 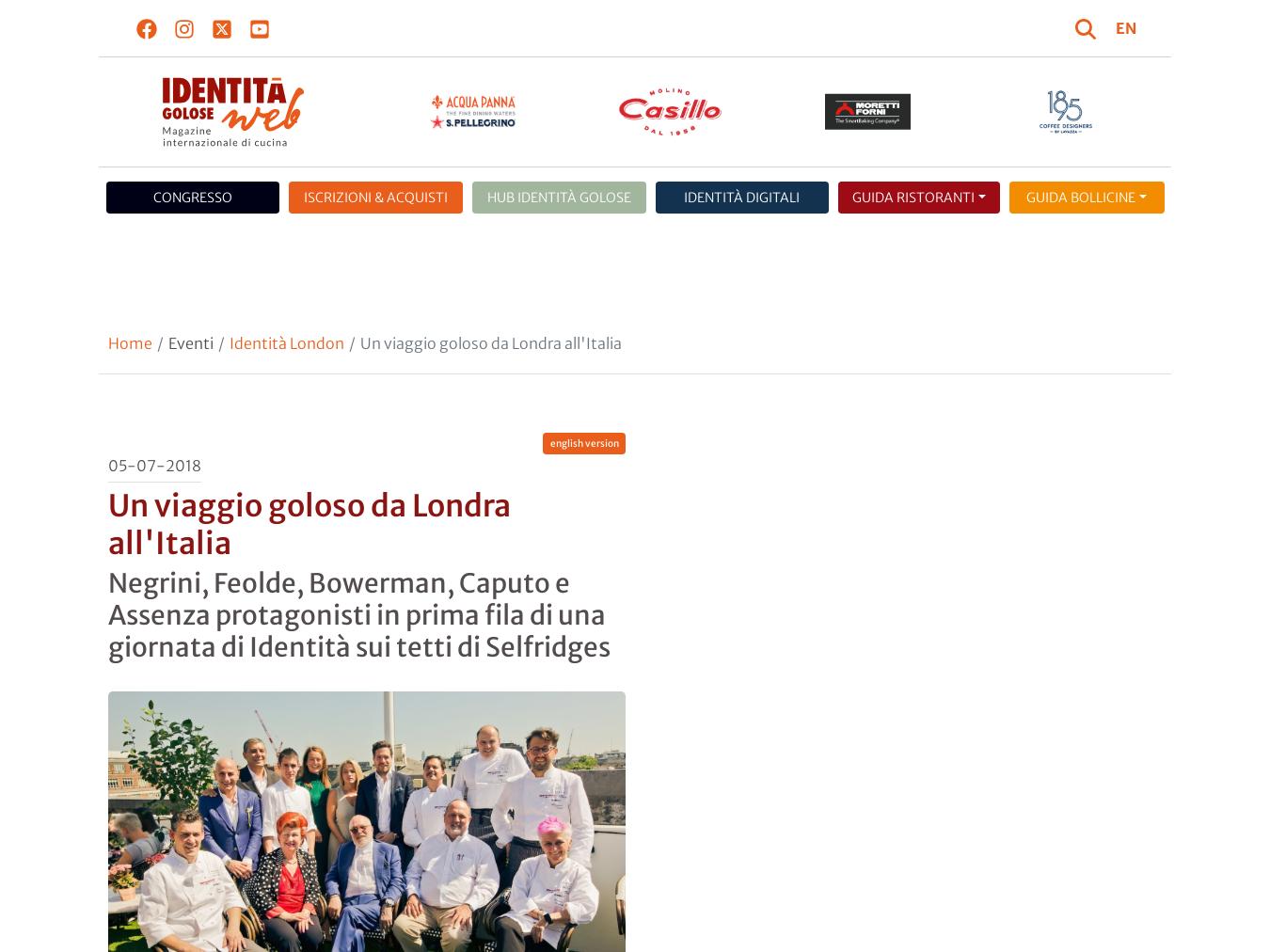 I want to click on 'Assenza', so click(x=127, y=345).